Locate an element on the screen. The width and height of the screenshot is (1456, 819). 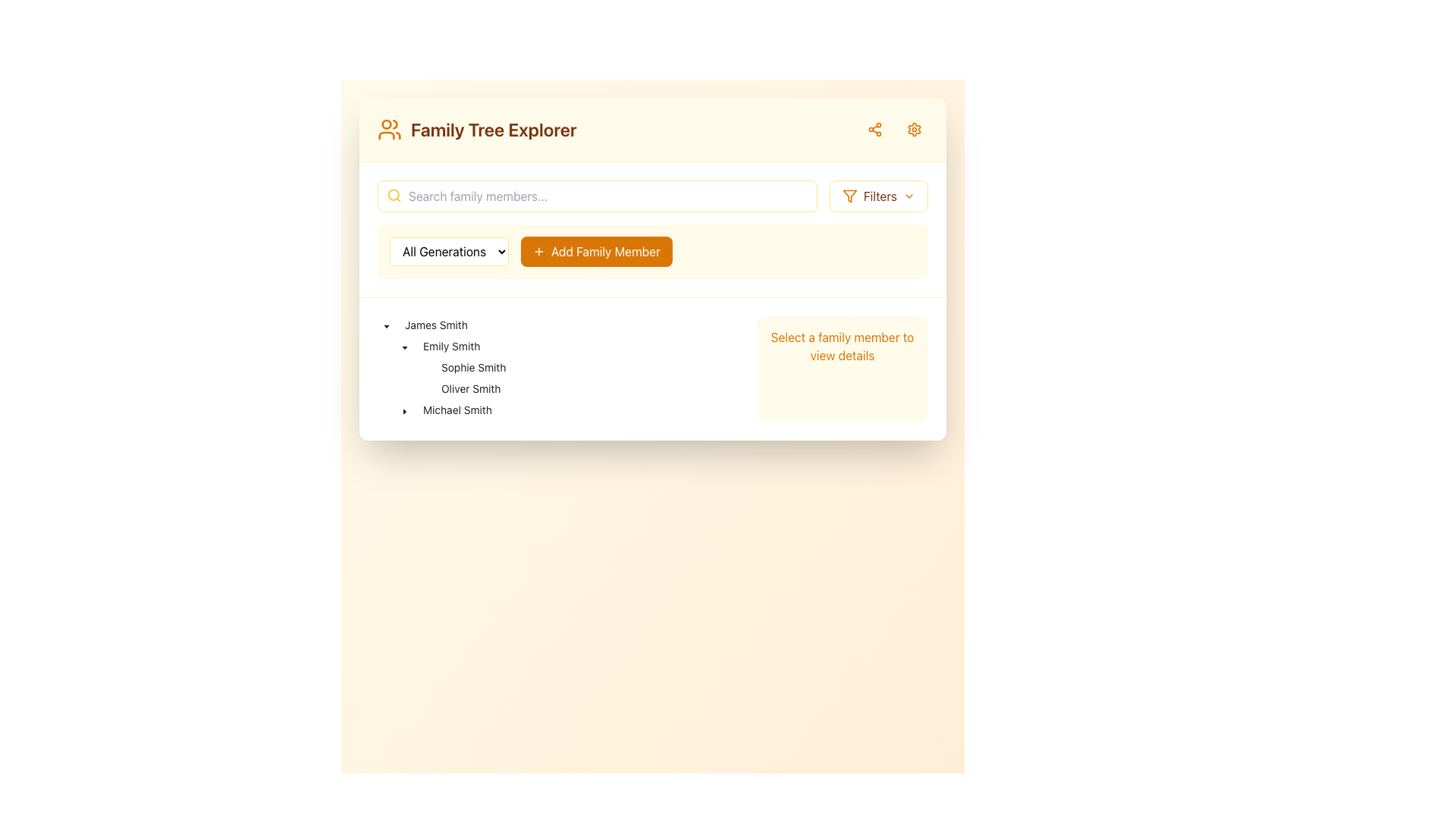
the circular share button with an amber color located in the top-right corner of the interface is located at coordinates (874, 128).